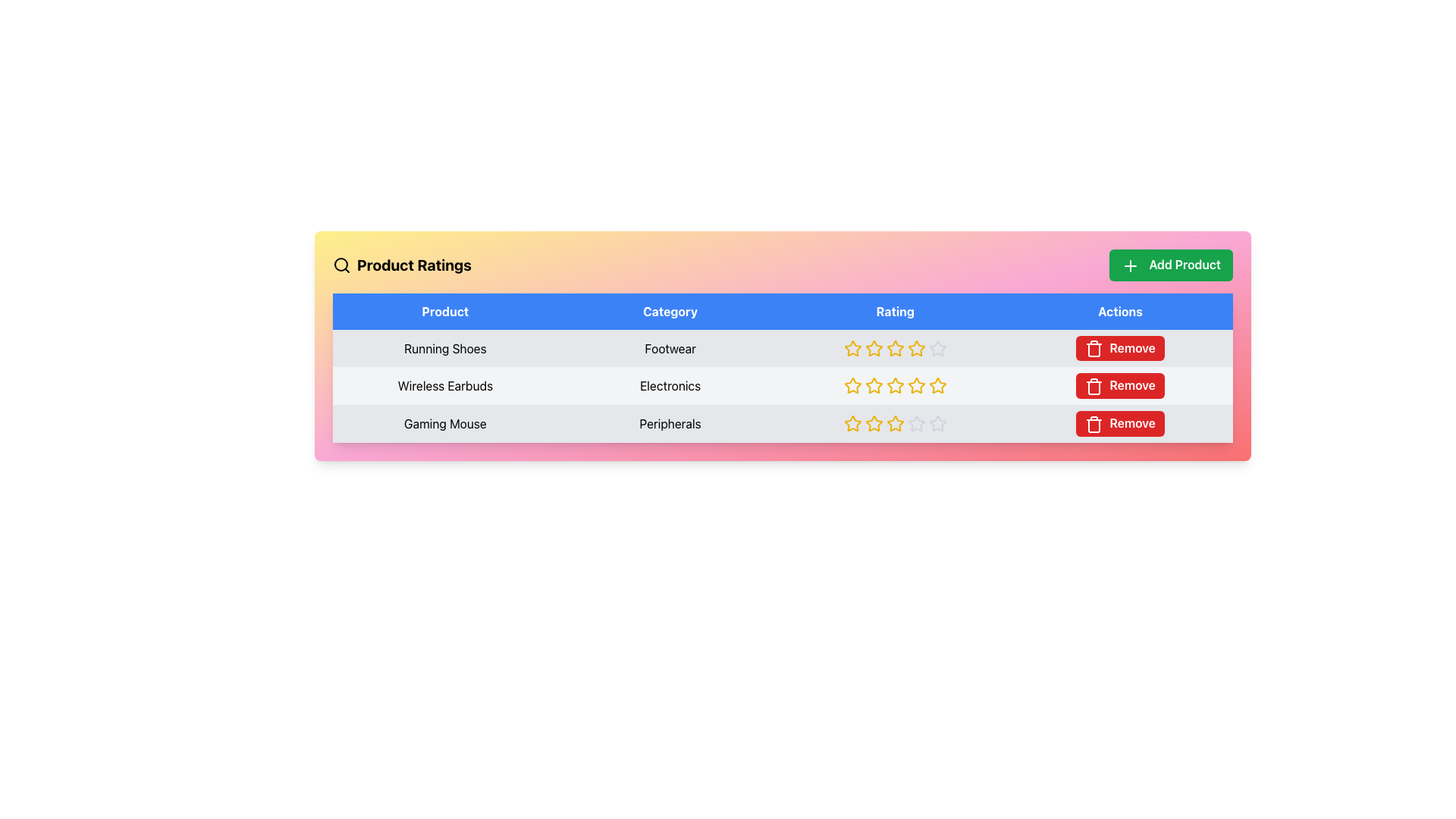  I want to click on the star icons in the 3-star rating display for the product 'Gaming Mouse', so click(895, 424).